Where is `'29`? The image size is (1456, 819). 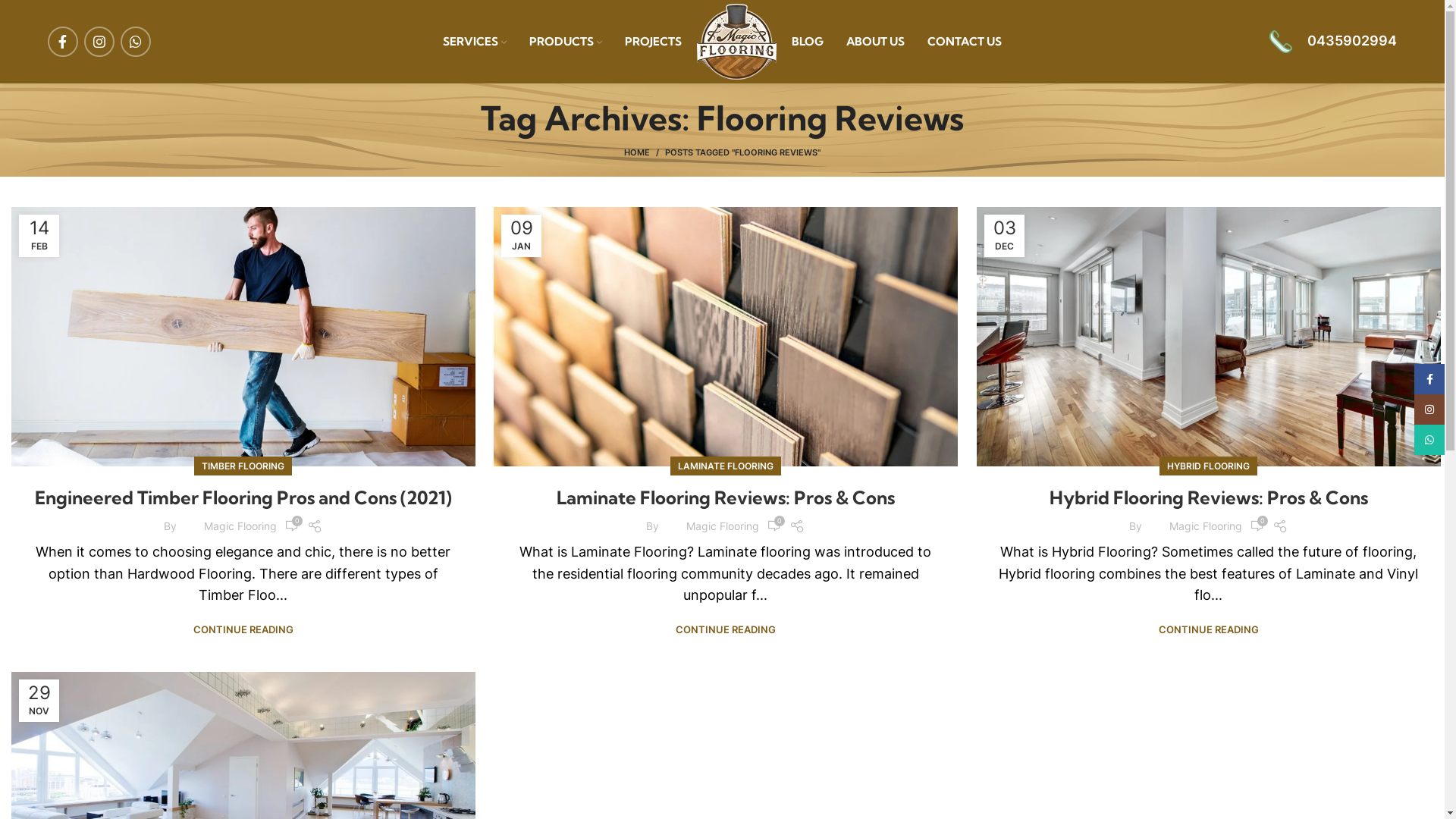 '29 is located at coordinates (39, 701).